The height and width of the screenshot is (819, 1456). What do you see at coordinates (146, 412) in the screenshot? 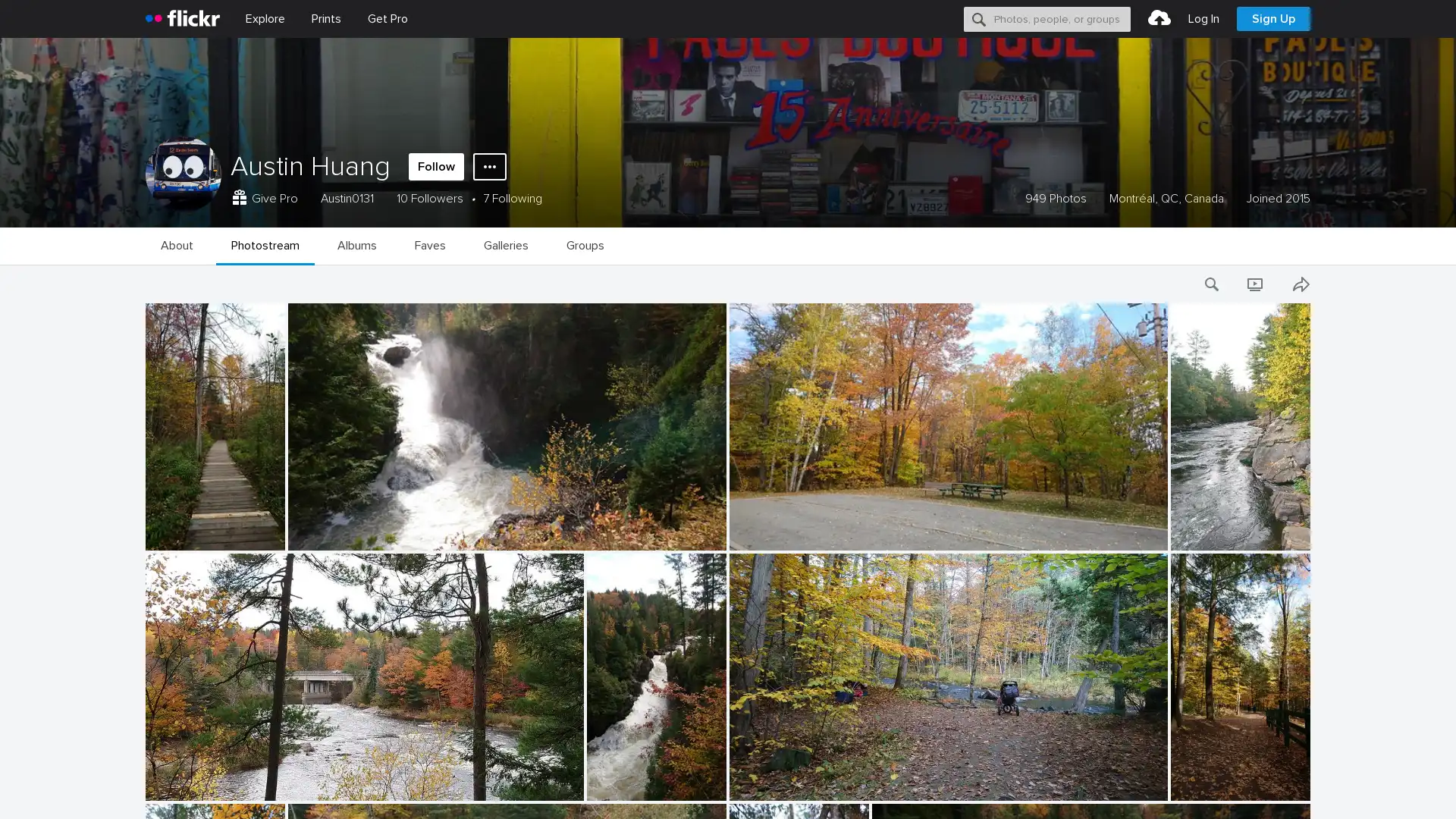
I see `Add to Favorites` at bounding box center [146, 412].